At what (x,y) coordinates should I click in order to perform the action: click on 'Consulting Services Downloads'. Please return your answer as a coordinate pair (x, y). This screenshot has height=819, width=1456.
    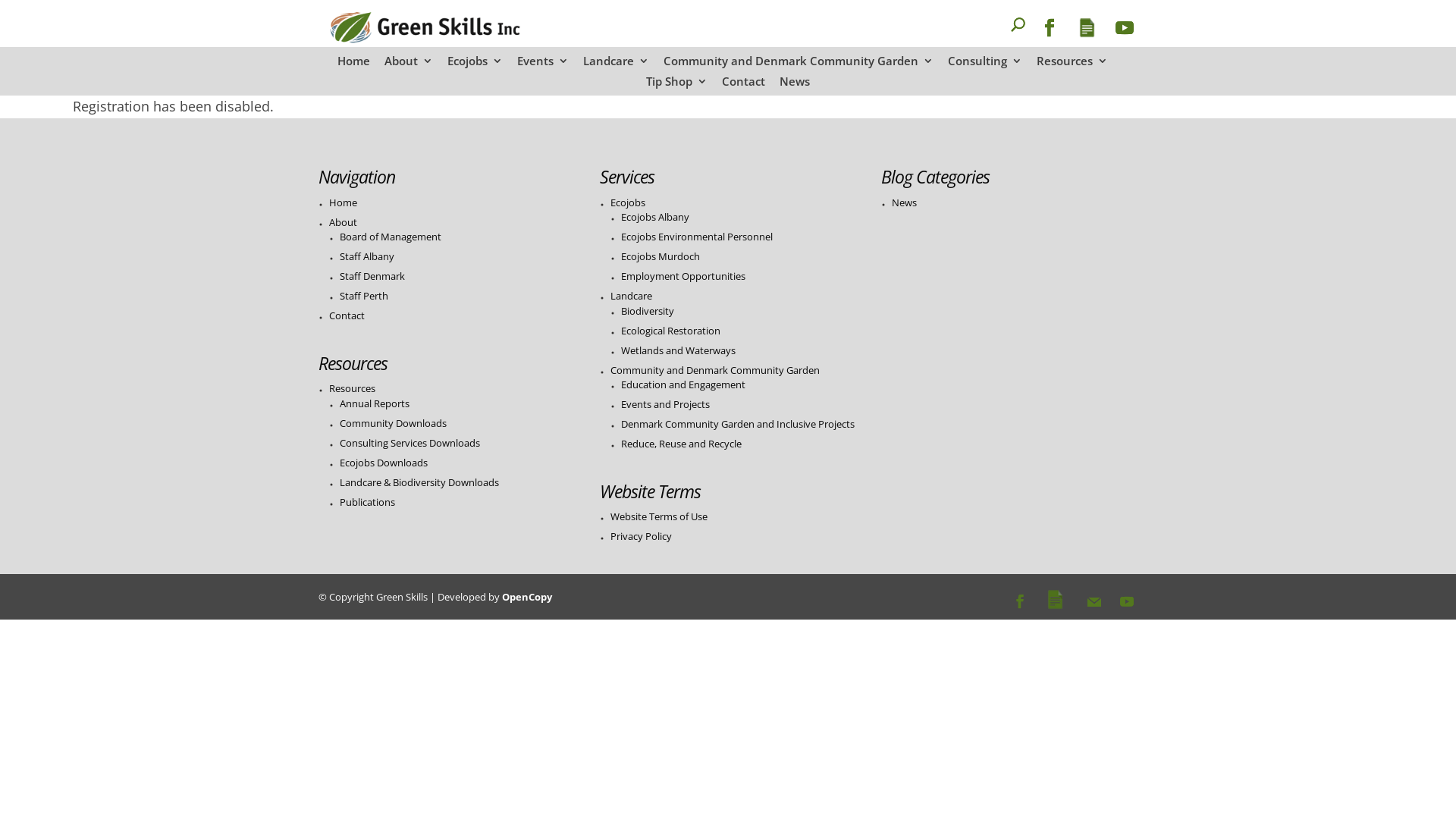
    Looking at the image, I should click on (409, 442).